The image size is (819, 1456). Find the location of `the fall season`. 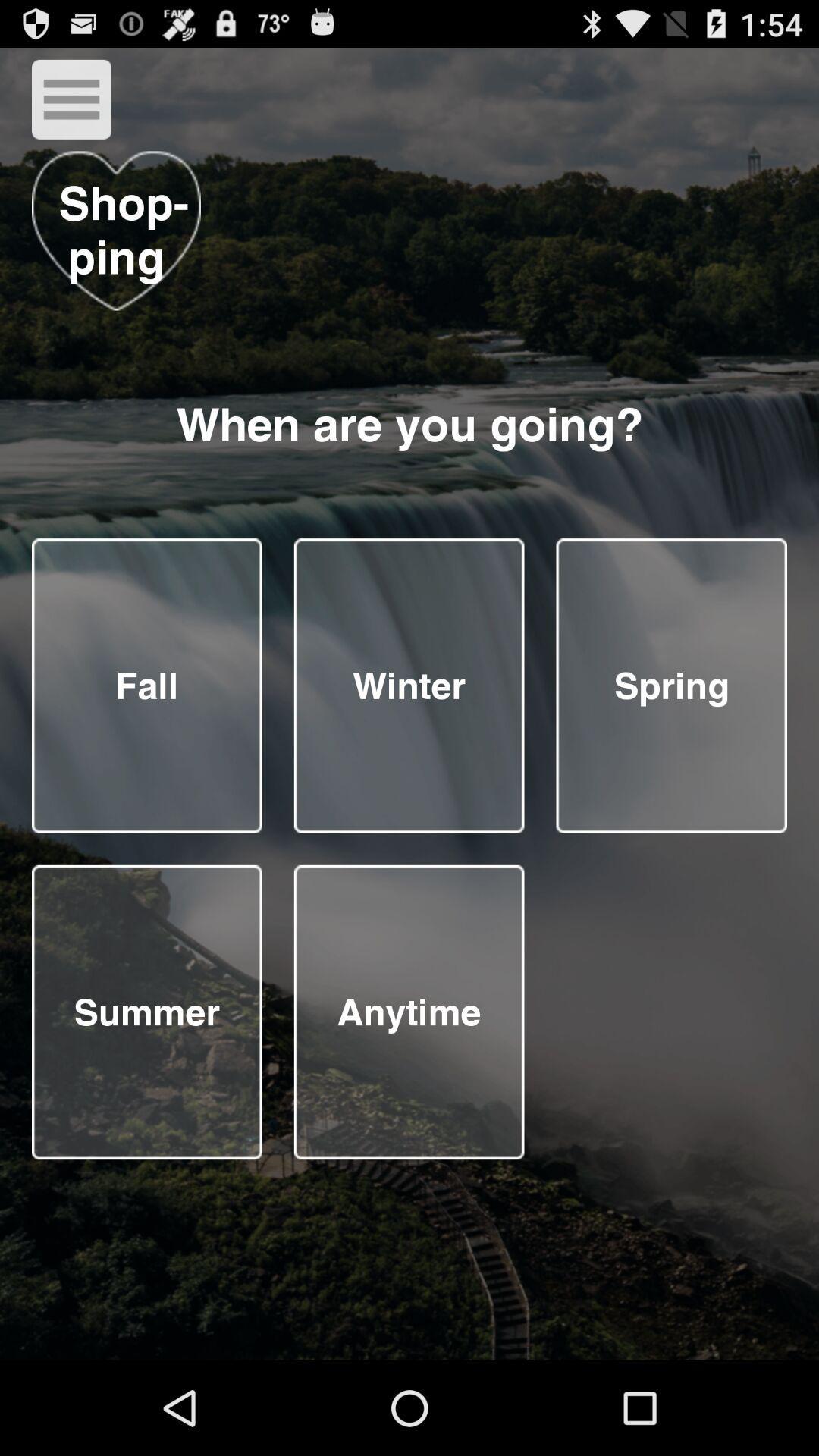

the fall season is located at coordinates (146, 685).